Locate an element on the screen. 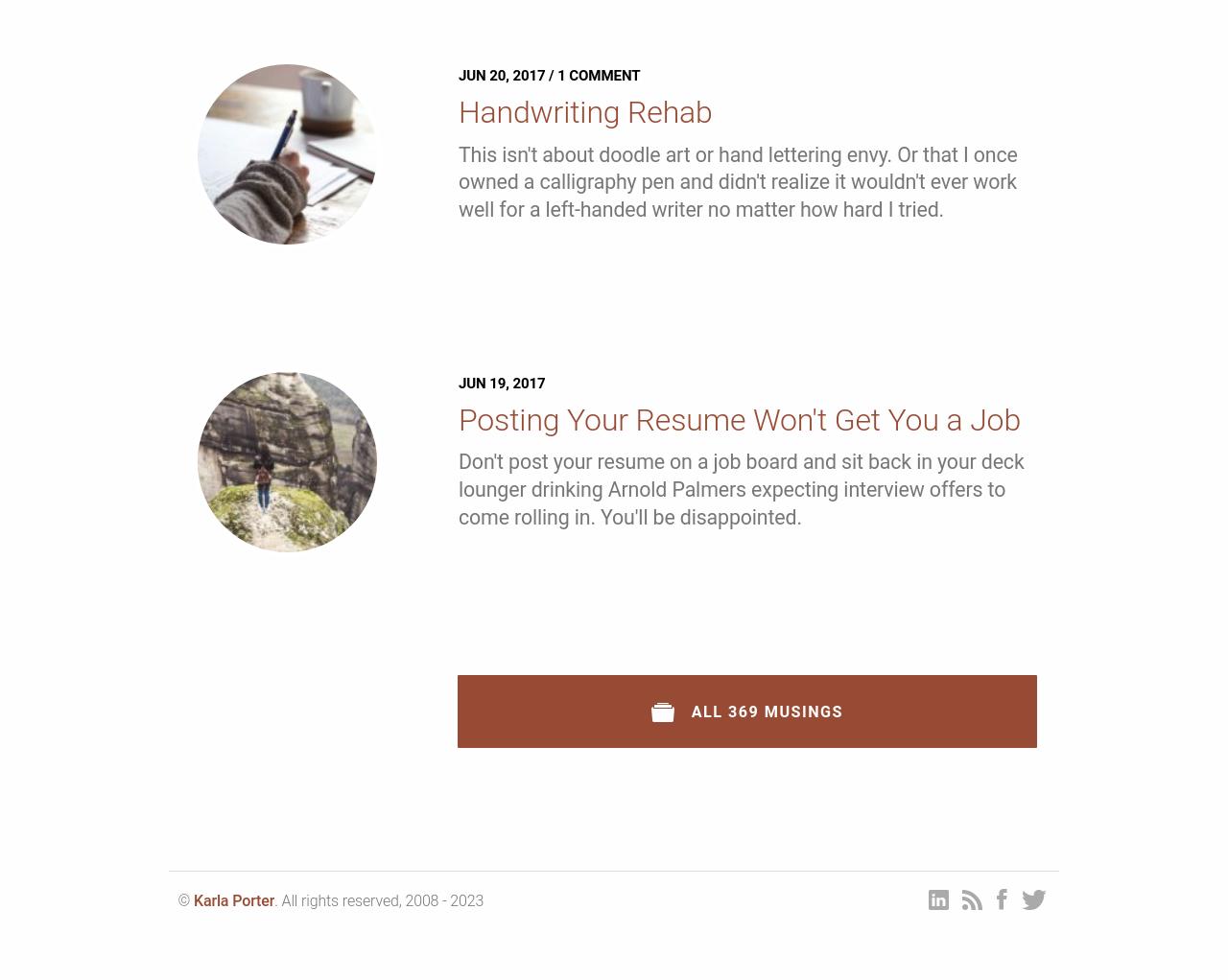 This screenshot has width=1228, height=980. 'This isn't about doodle art or hand lettering envy. Or that I once owned a calligraphy pen and didn't realize it wouldn't ever work well for a left-handed writer no matter how hard I tried.' is located at coordinates (736, 181).